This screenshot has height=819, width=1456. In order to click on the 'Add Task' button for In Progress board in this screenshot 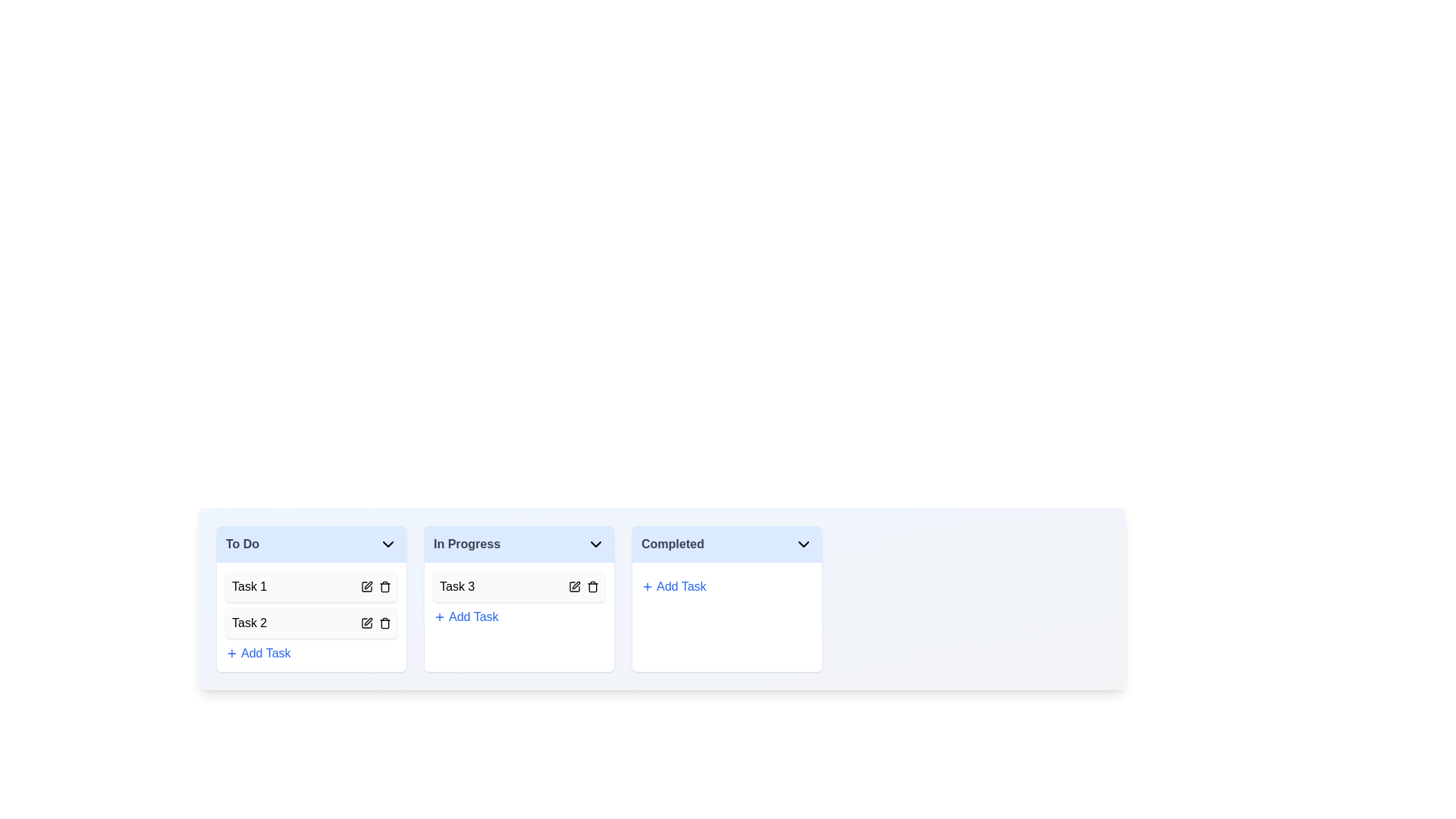, I will do `click(465, 617)`.